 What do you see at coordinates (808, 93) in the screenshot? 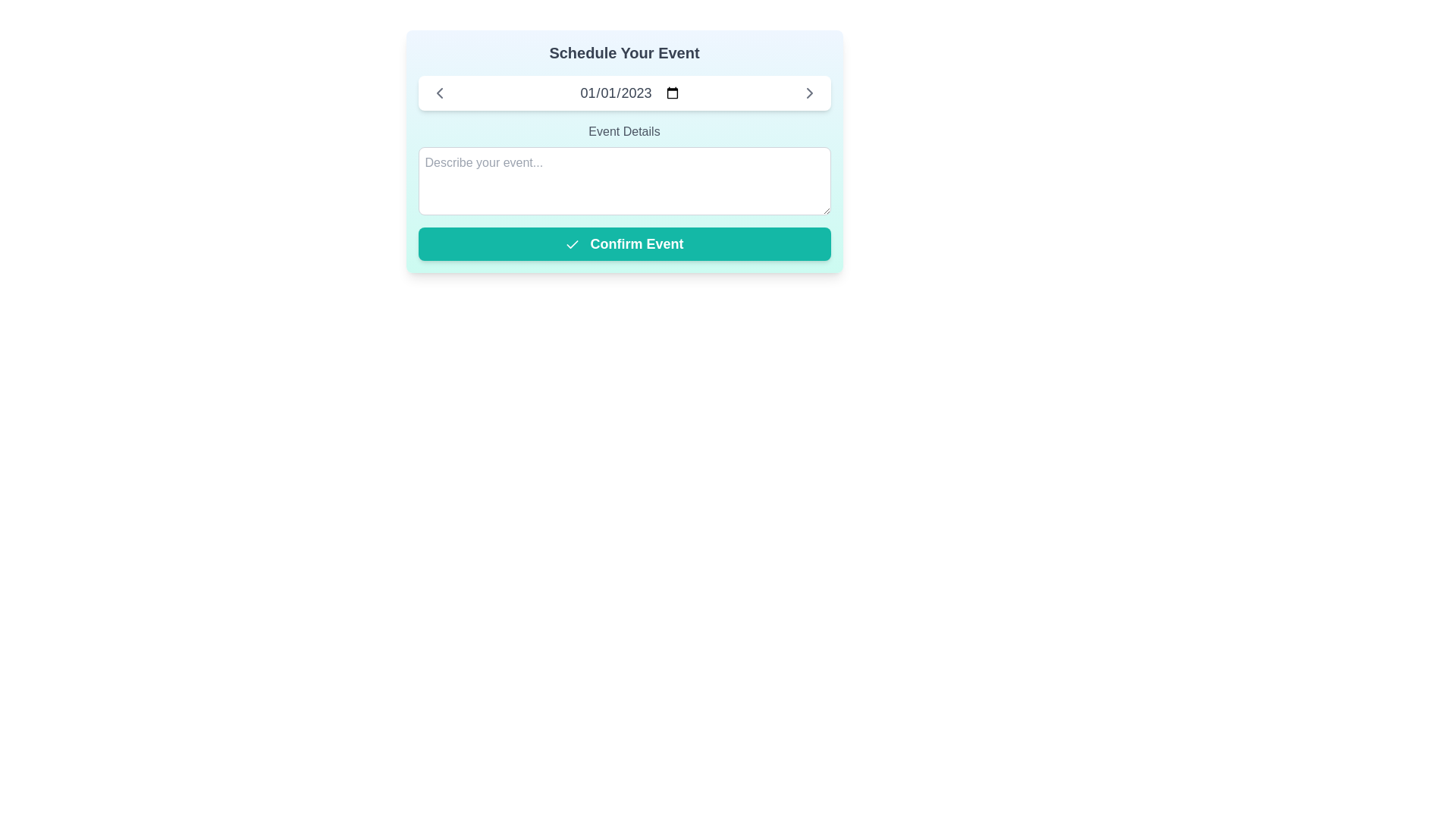
I see `the right-facing chevron arrow icon, which is located at the far right of a rectangular field containing the date '01/01/2023'` at bounding box center [808, 93].